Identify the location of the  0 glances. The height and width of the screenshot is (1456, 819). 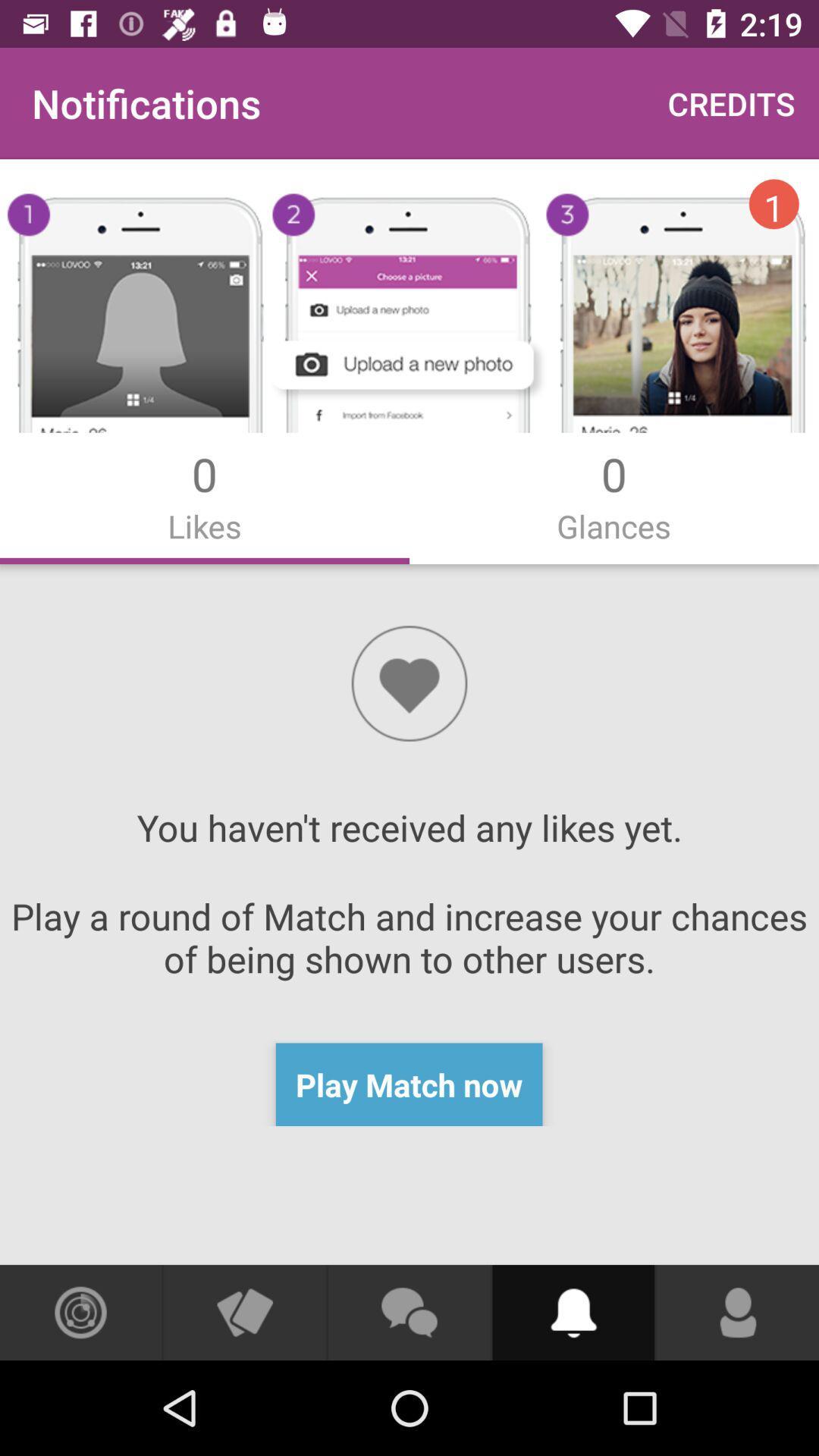
(614, 495).